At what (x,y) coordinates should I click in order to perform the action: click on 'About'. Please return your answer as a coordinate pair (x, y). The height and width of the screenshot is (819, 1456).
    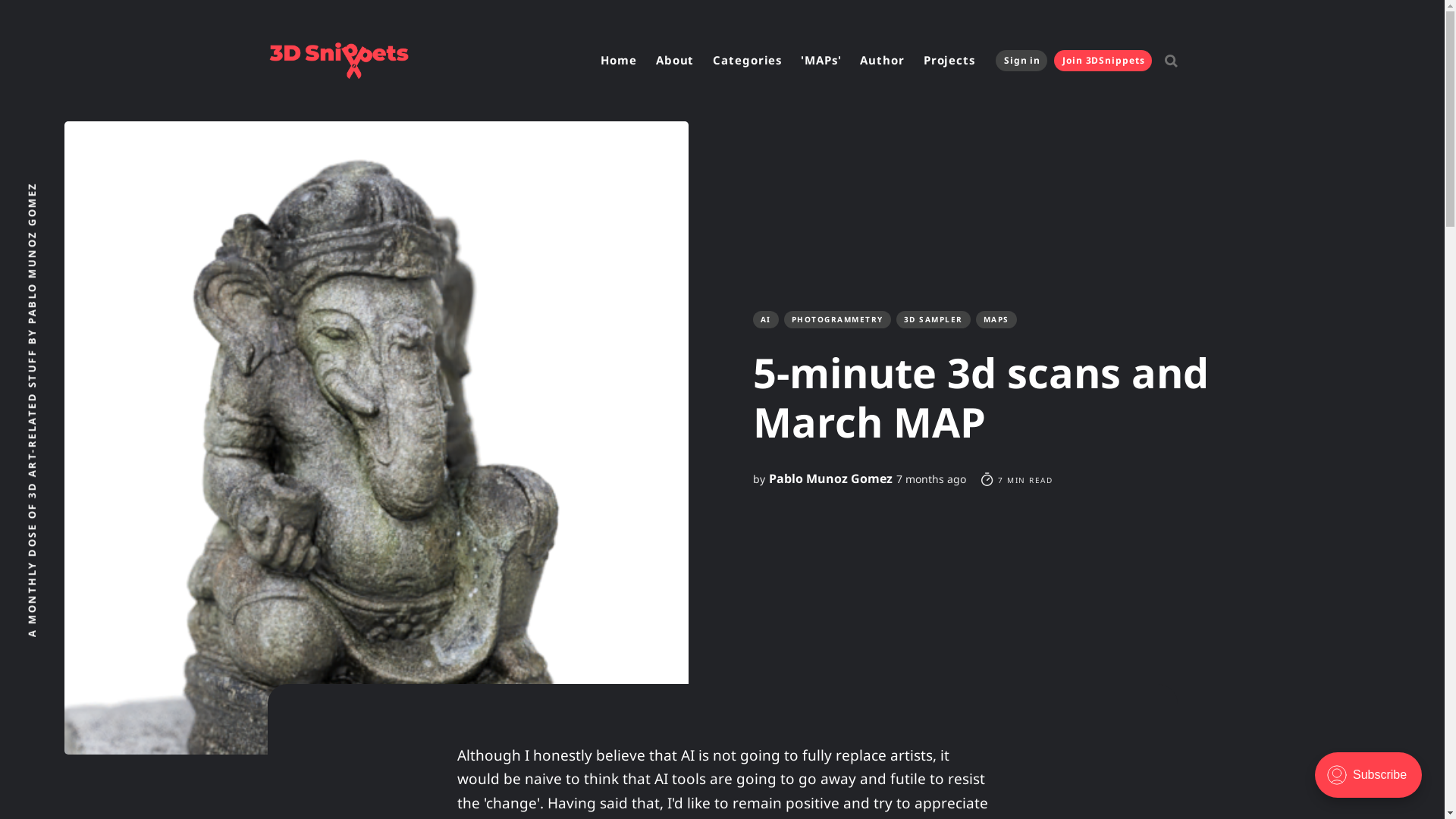
    Looking at the image, I should click on (674, 60).